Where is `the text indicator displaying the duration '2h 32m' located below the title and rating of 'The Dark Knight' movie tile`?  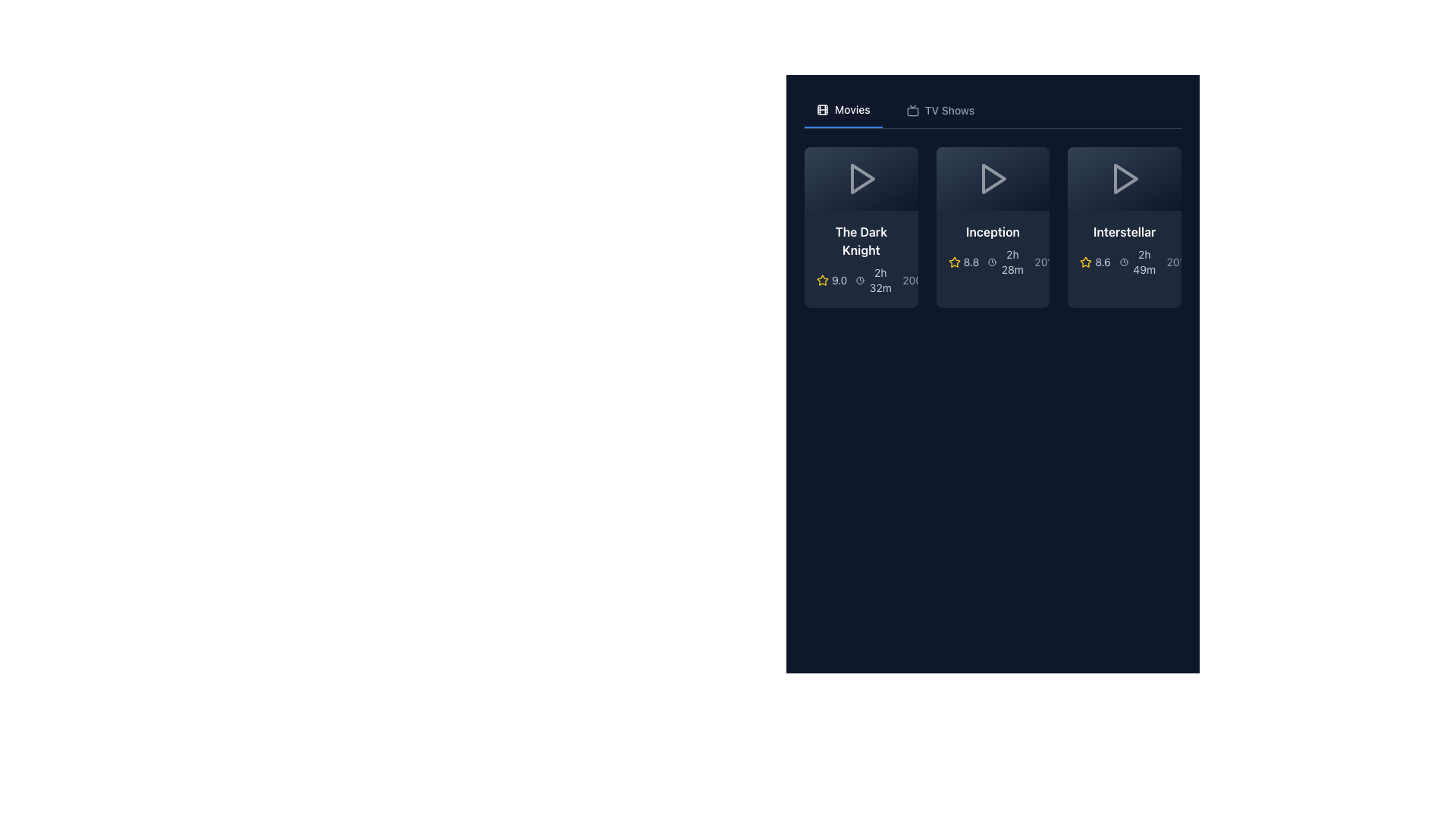 the text indicator displaying the duration '2h 32m' located below the title and rating of 'The Dark Knight' movie tile is located at coordinates (874, 281).